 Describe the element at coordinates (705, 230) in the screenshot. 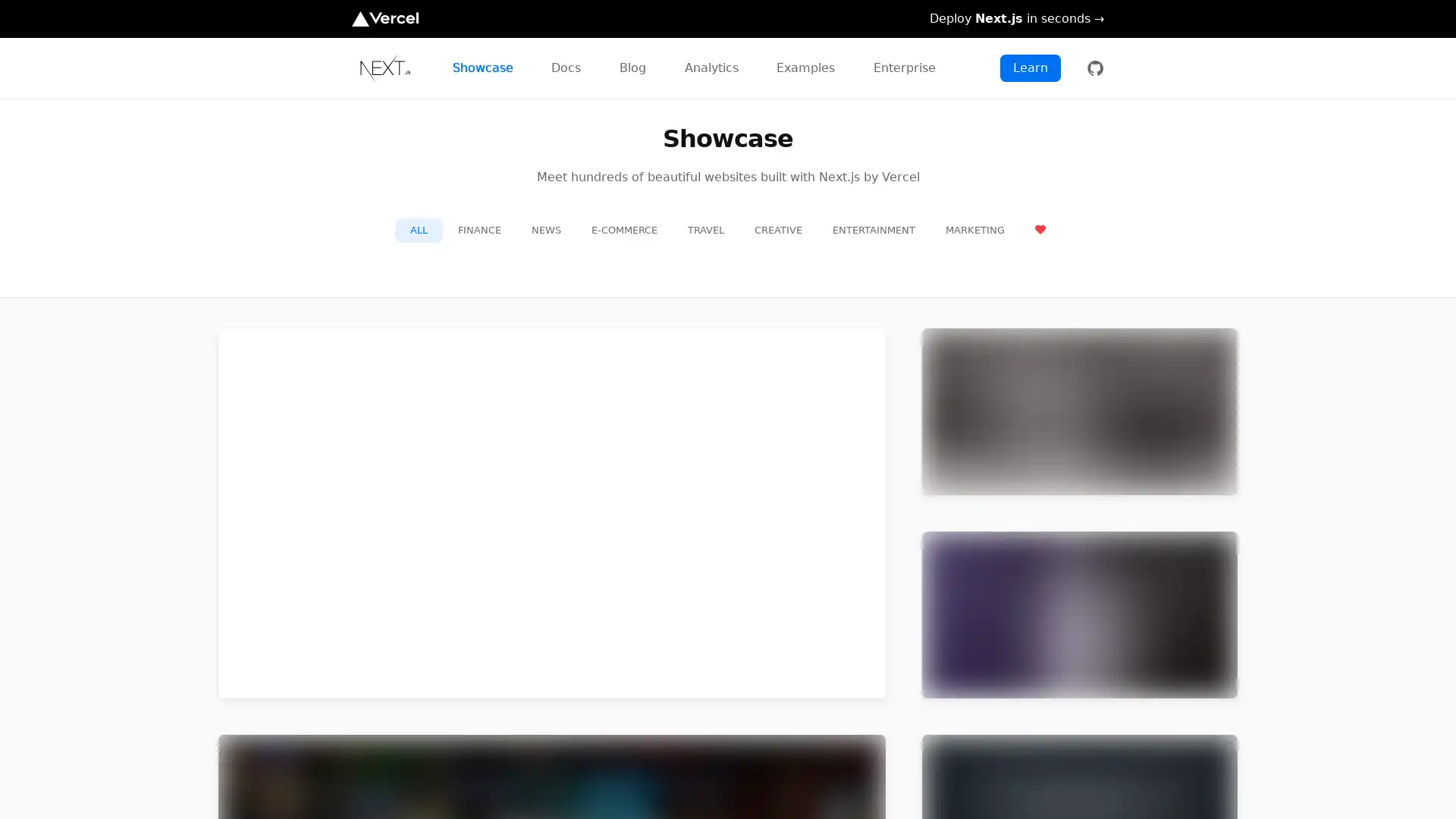

I see `TRAVEL` at that location.